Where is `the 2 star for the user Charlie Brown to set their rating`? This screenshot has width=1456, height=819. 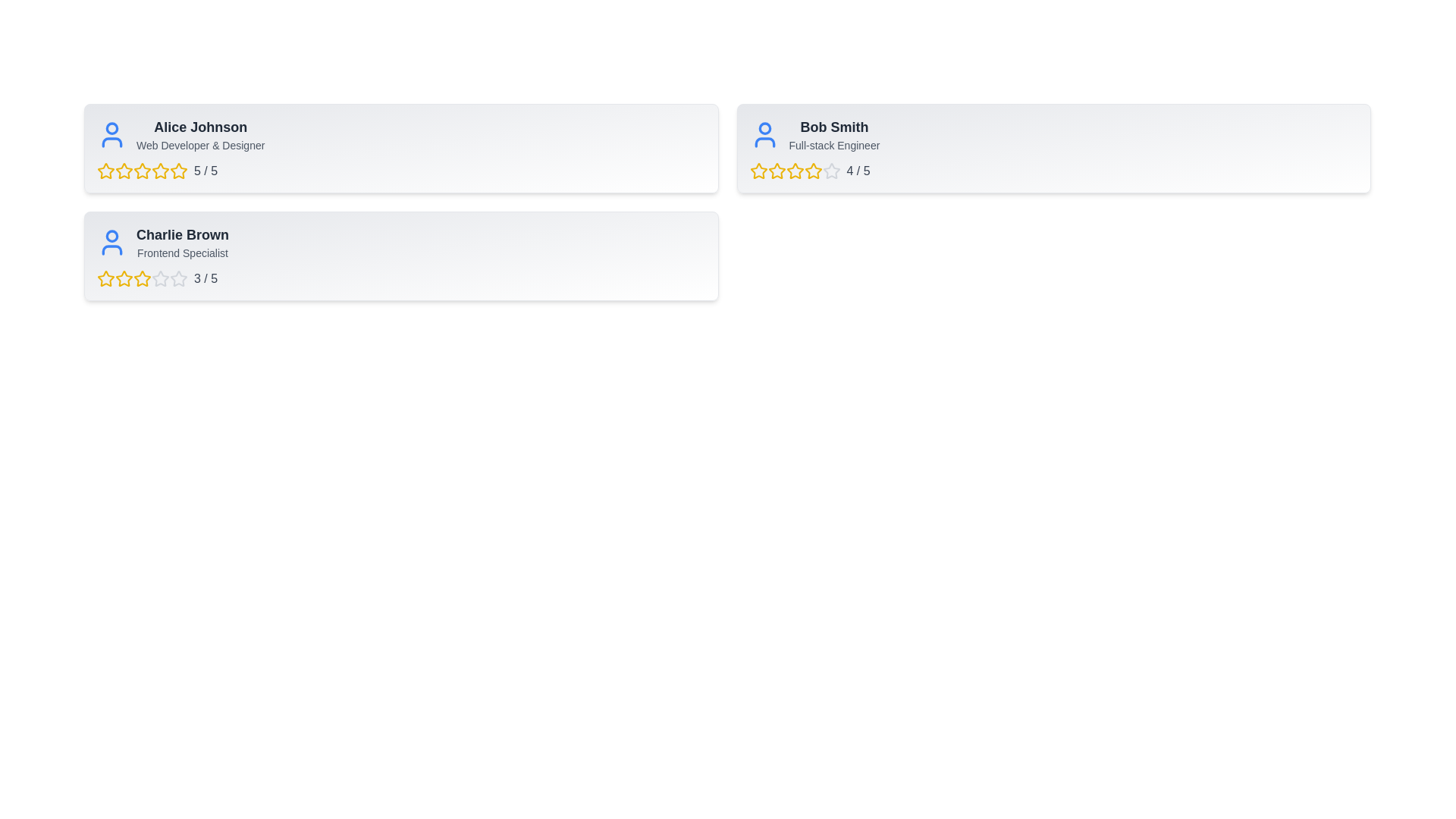 the 2 star for the user Charlie Brown to set their rating is located at coordinates (124, 278).